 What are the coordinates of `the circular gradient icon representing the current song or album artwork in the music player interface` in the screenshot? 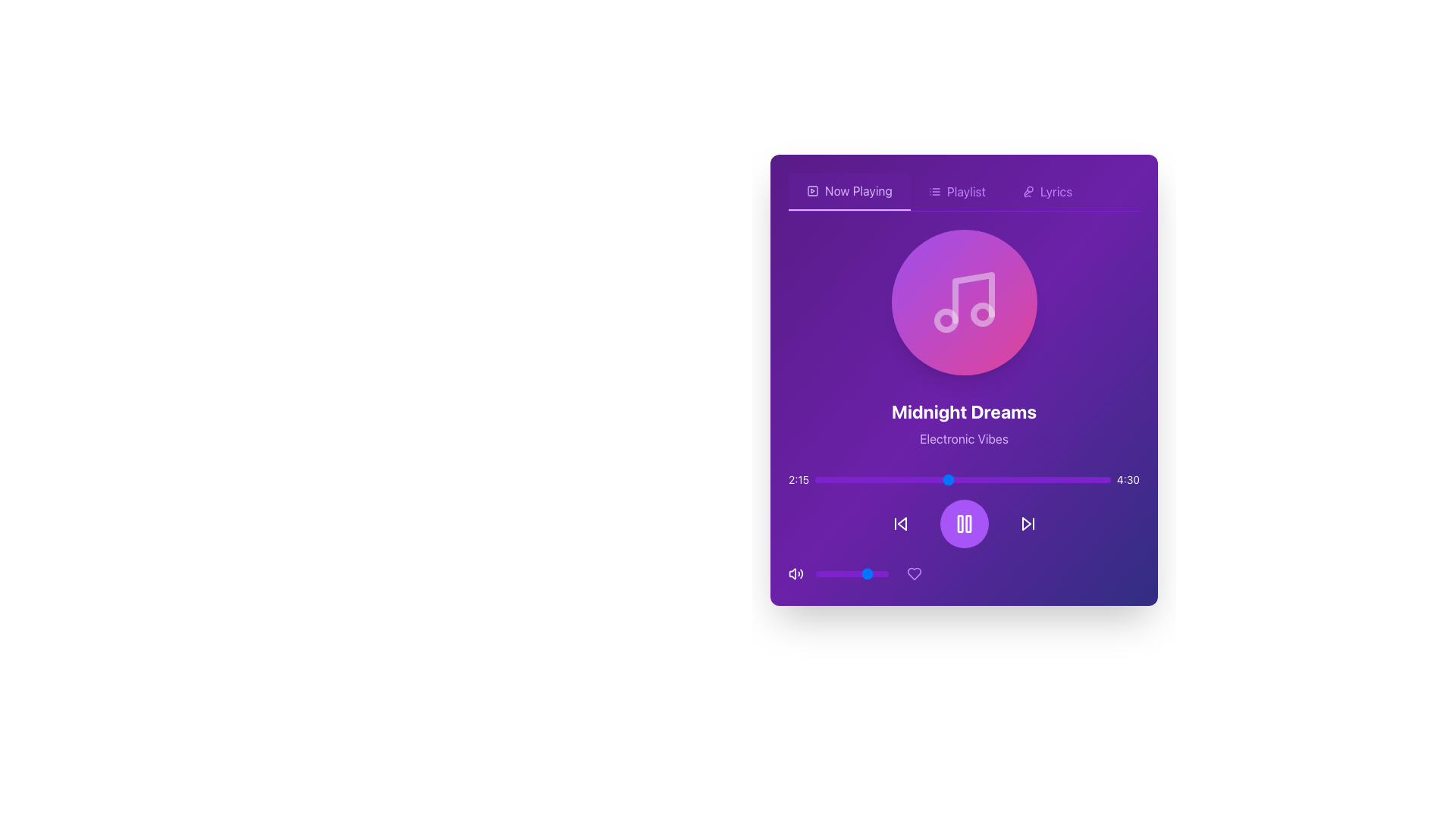 It's located at (963, 302).